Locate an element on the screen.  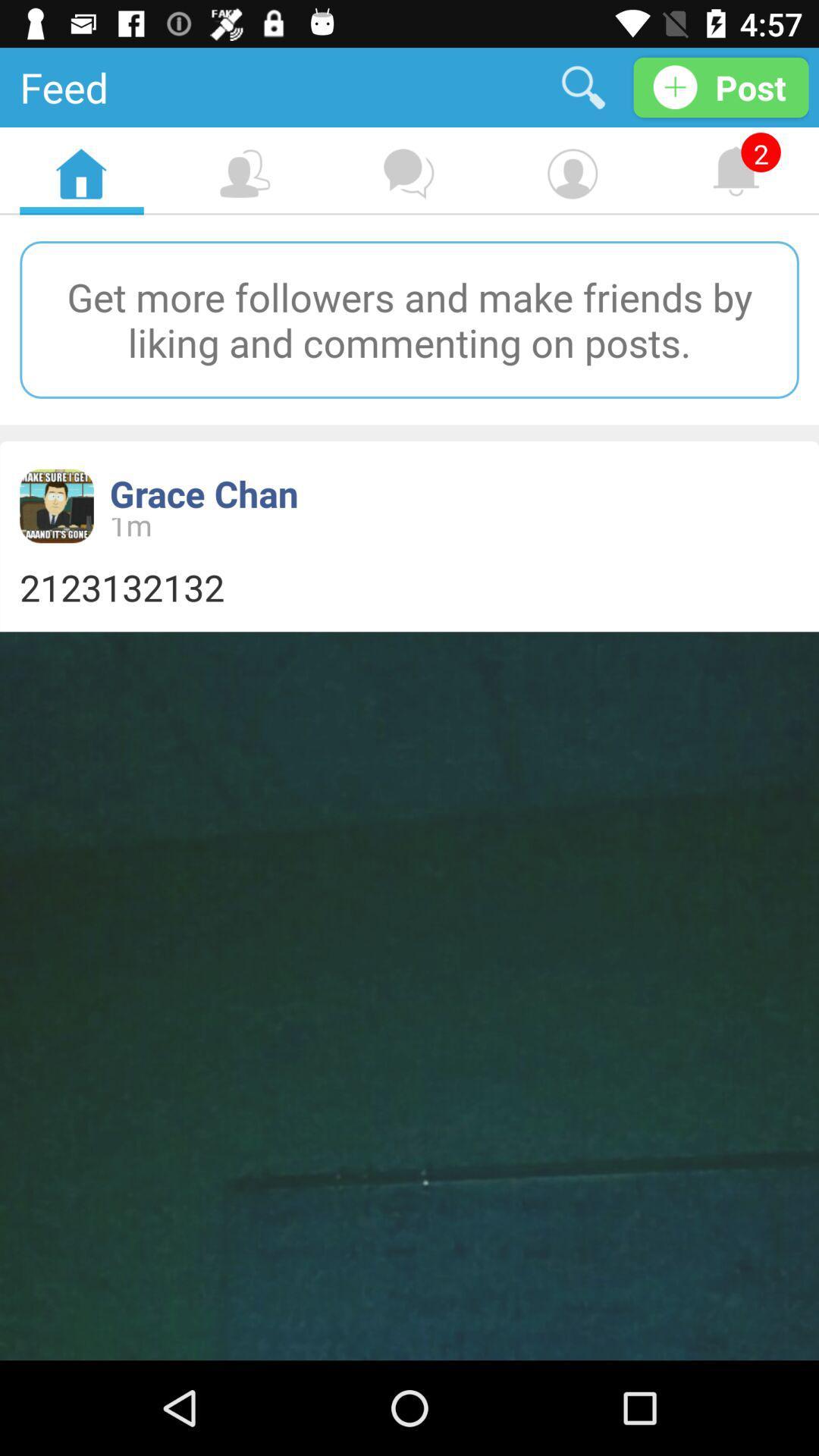
the post is located at coordinates (720, 86).